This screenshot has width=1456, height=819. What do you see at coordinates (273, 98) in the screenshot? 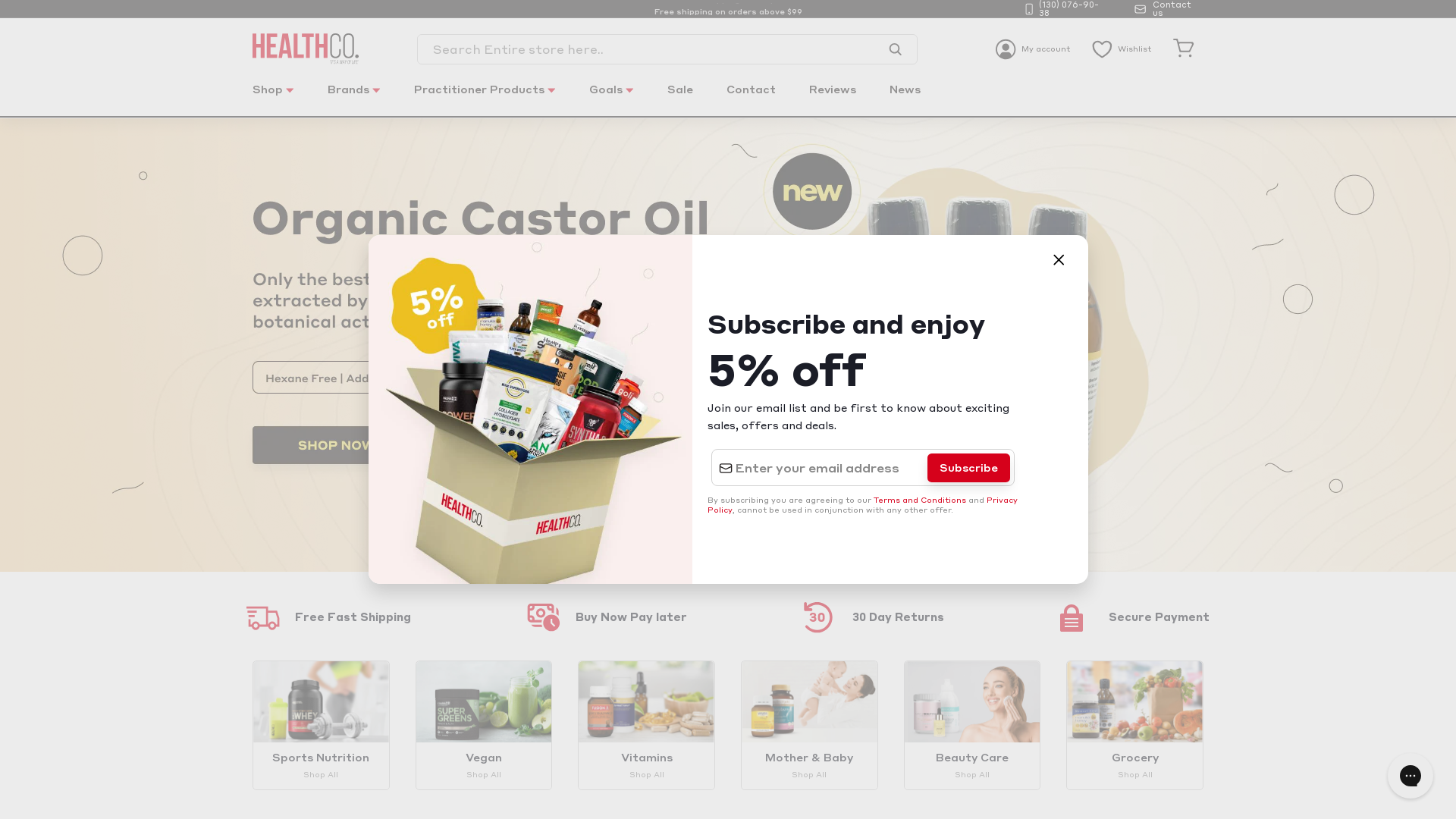
I see `'Shop'` at bounding box center [273, 98].